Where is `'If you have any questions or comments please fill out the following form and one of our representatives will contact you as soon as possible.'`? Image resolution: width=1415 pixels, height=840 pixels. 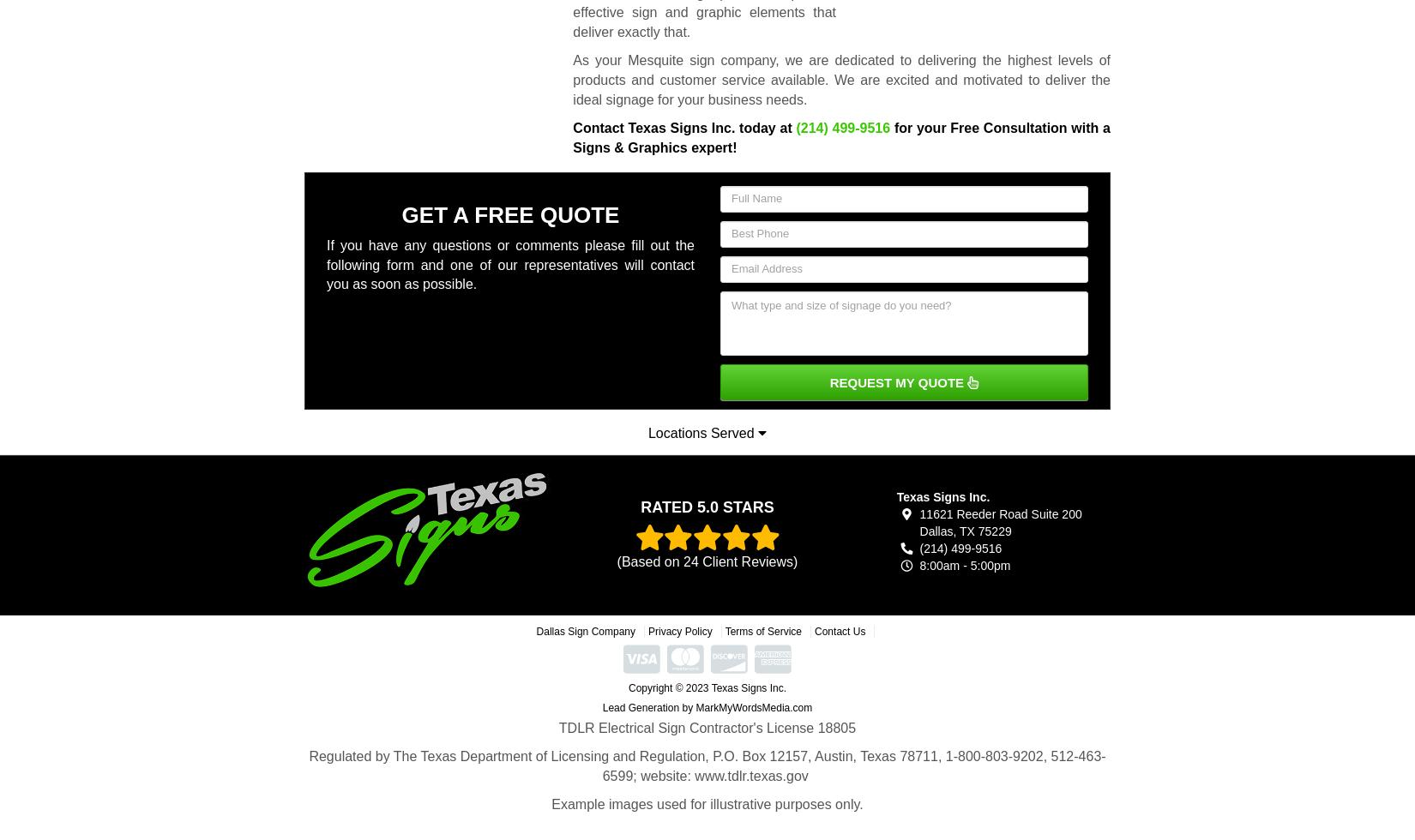
'If you have any questions or comments please fill out the following form and one of our representatives will contact you as soon as possible.' is located at coordinates (509, 264).